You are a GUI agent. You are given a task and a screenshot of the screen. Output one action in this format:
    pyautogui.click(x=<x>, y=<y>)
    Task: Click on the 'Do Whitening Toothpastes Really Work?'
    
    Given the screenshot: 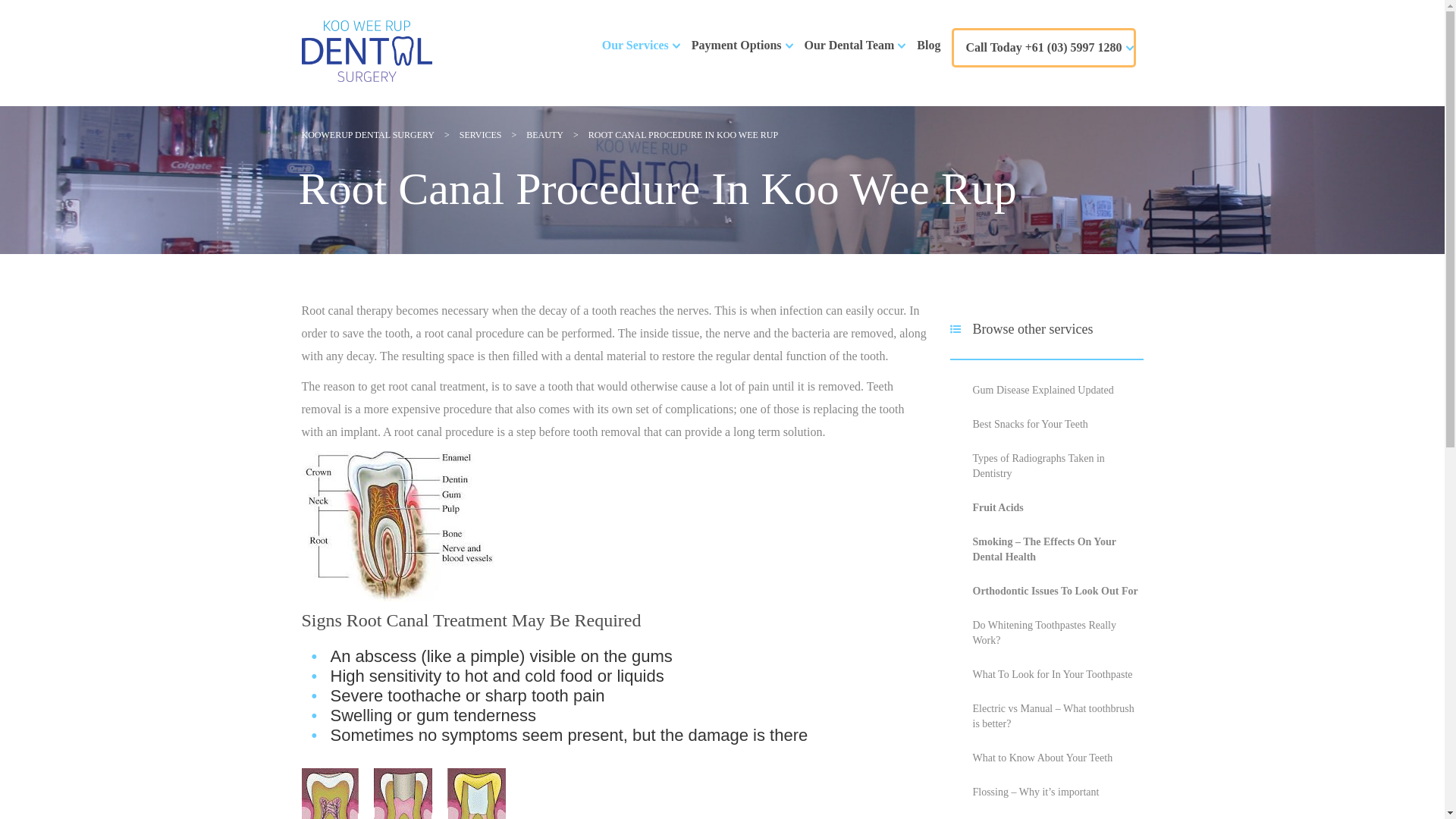 What is the action you would take?
    pyautogui.click(x=1043, y=632)
    